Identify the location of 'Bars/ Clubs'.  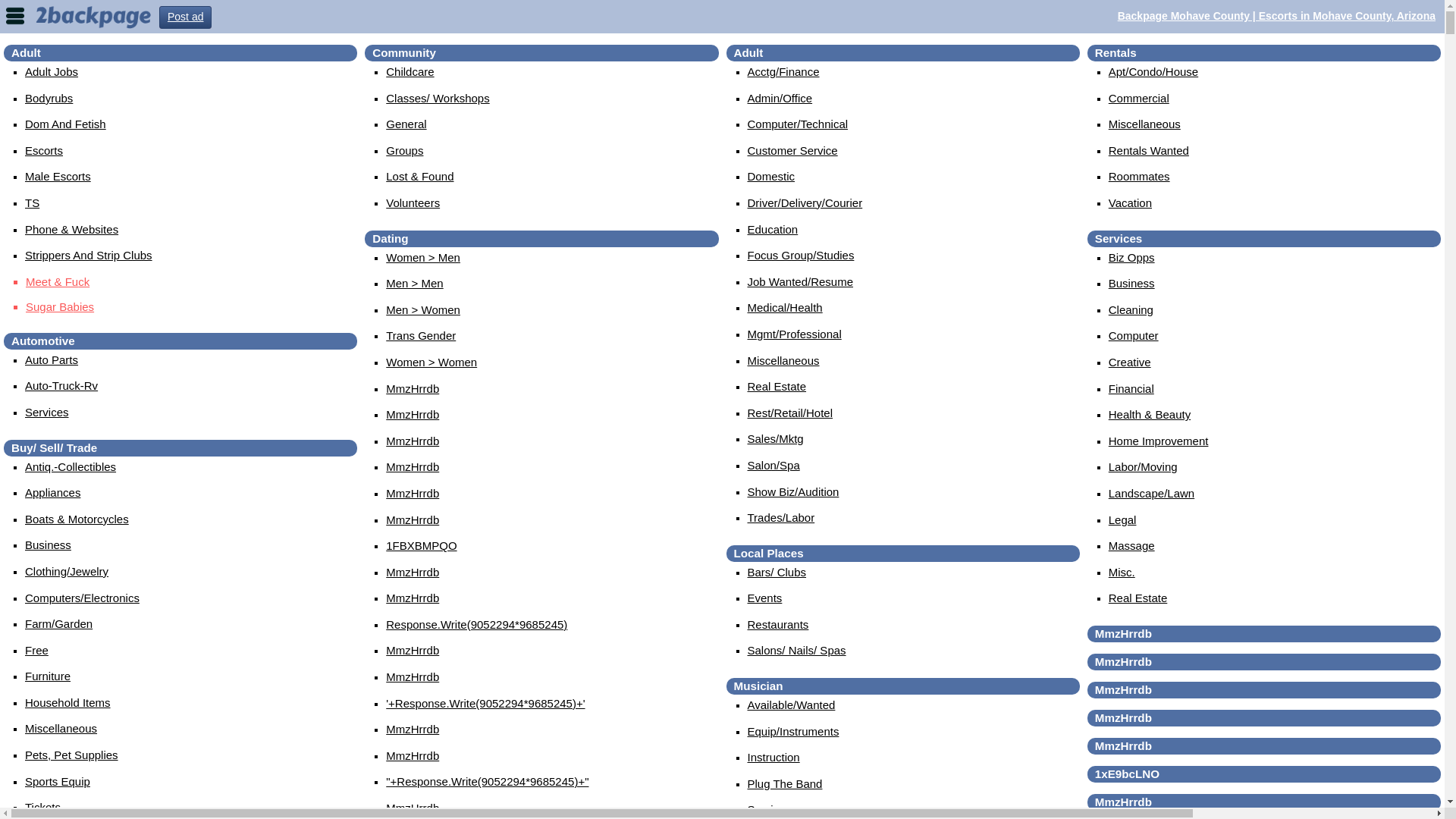
(777, 572).